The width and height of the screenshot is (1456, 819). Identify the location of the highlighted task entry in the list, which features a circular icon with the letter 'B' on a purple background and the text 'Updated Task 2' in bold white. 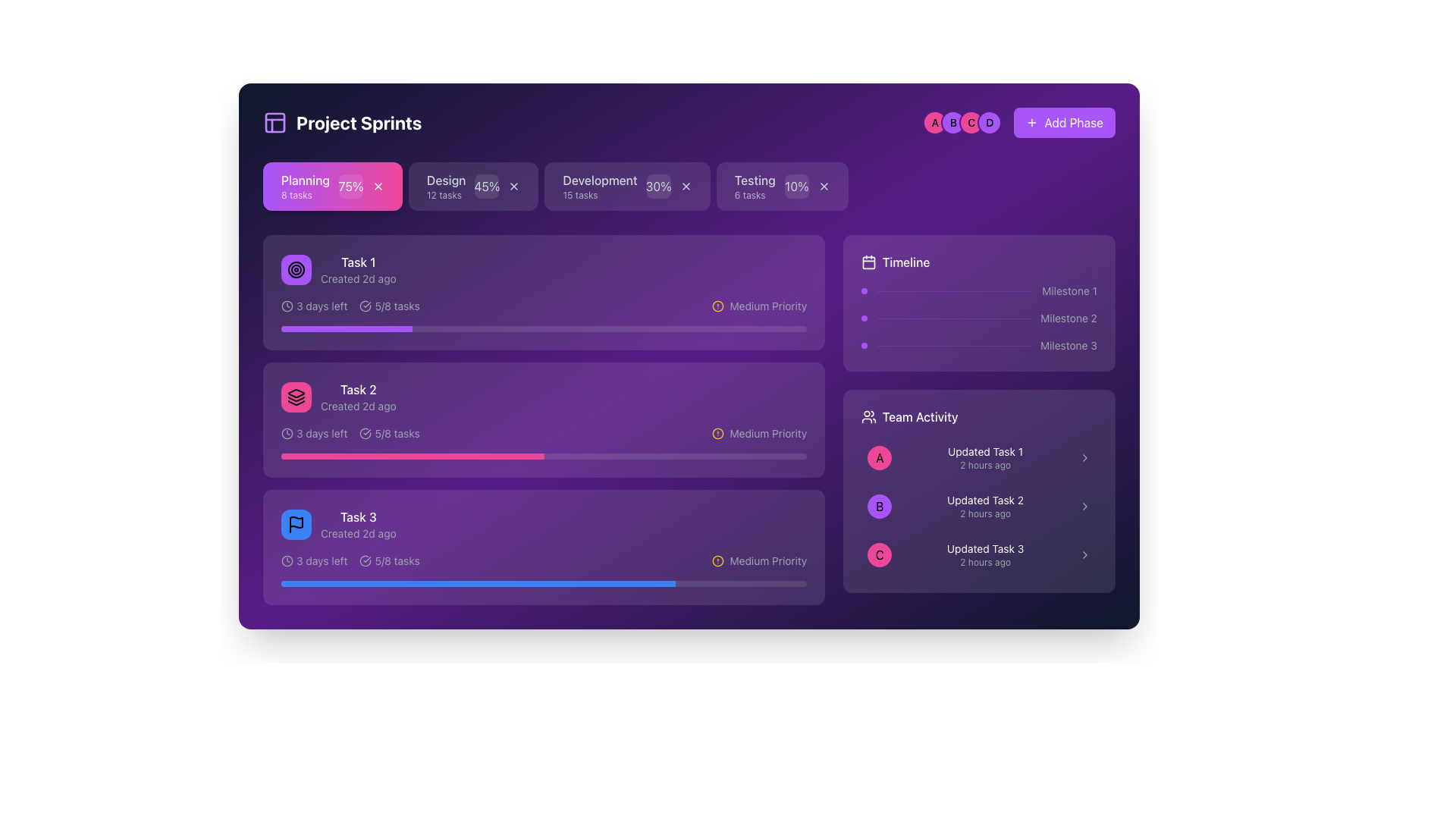
(979, 506).